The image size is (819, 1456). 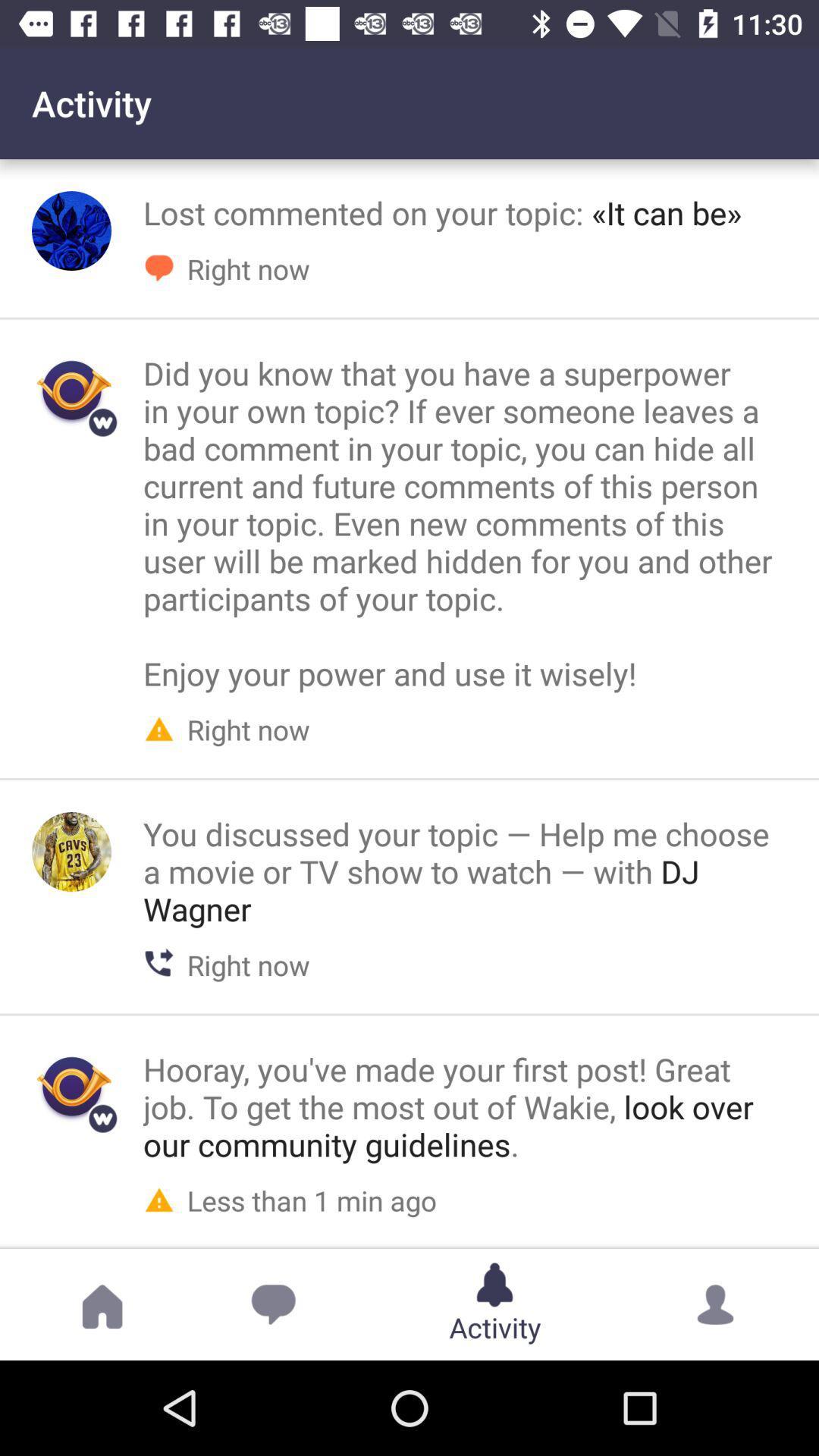 I want to click on view person, so click(x=71, y=852).